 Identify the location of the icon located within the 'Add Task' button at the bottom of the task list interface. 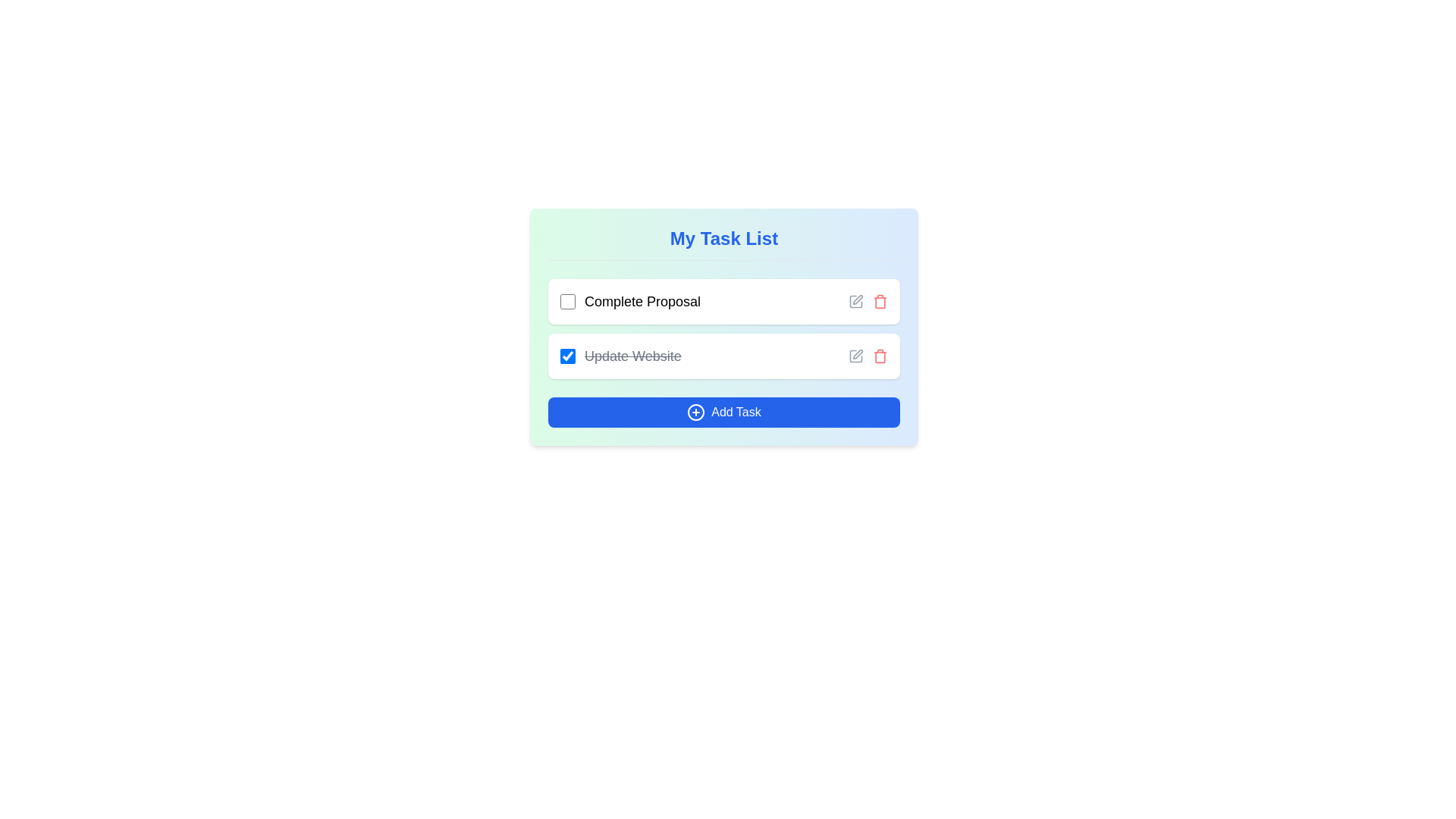
(695, 412).